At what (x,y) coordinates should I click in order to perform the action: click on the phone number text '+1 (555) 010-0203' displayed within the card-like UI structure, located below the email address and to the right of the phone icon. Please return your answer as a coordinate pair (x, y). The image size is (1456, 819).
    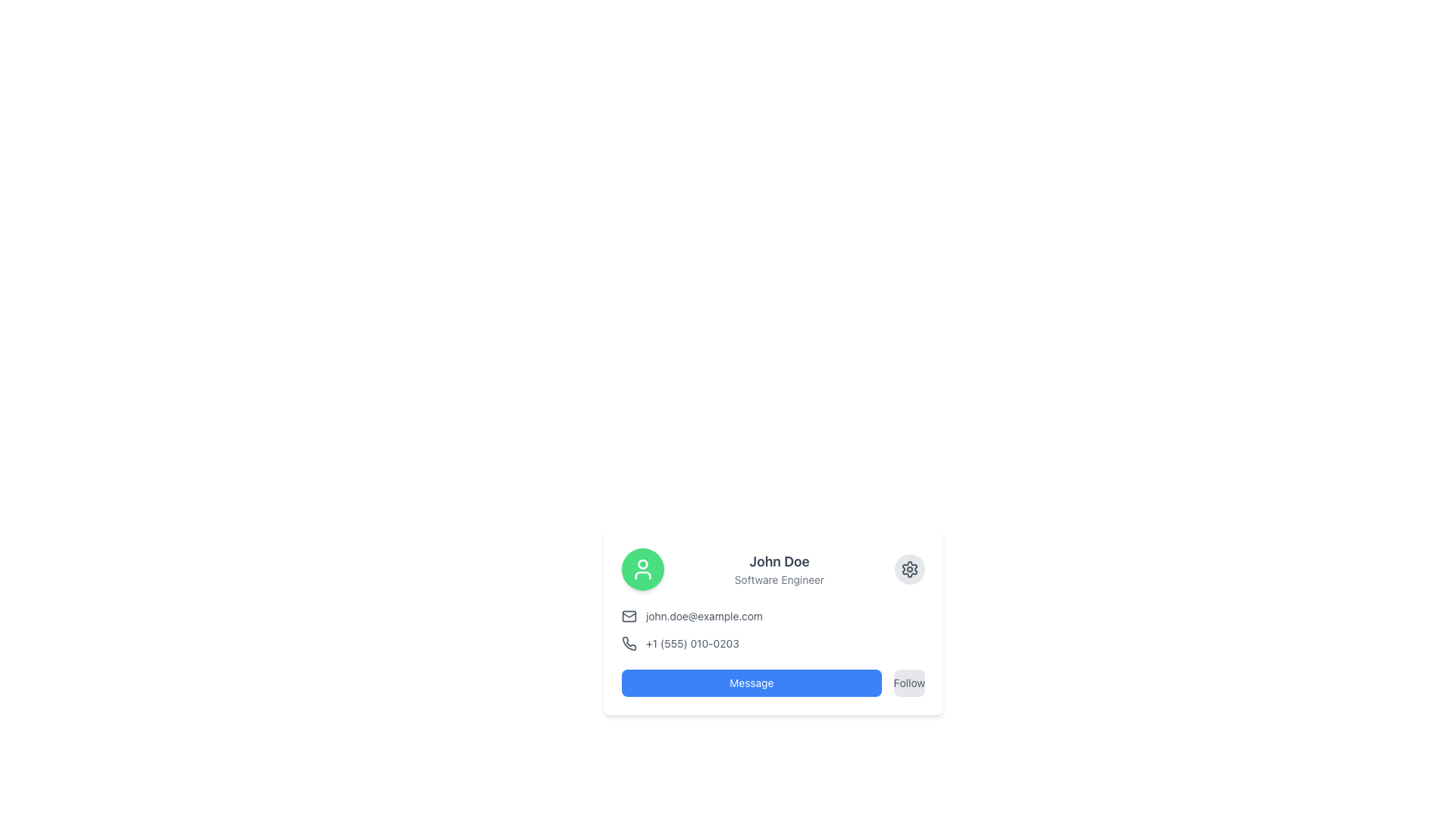
    Looking at the image, I should click on (691, 643).